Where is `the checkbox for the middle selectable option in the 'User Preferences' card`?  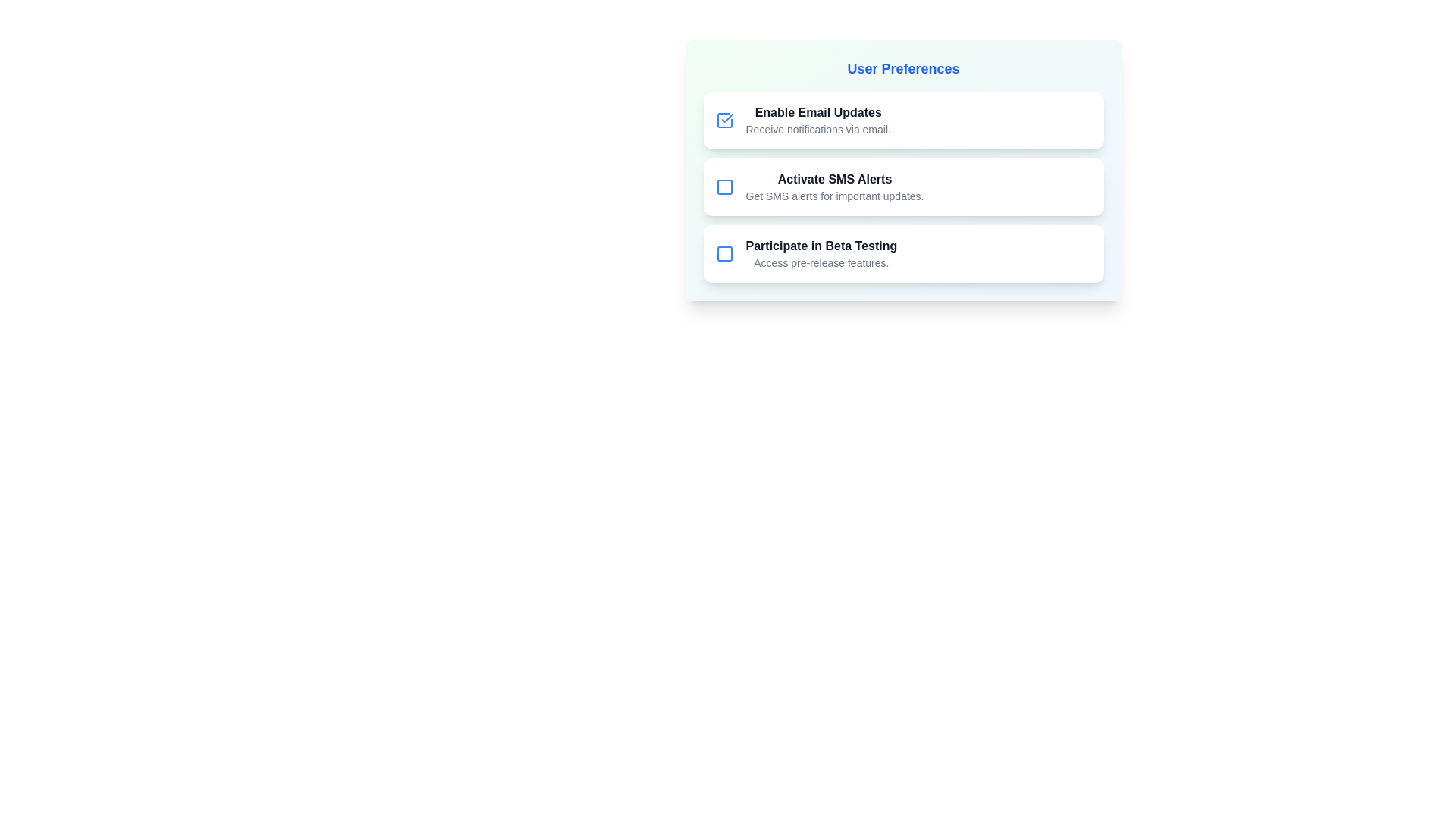 the checkbox for the middle selectable option in the 'User Preferences' card is located at coordinates (903, 186).